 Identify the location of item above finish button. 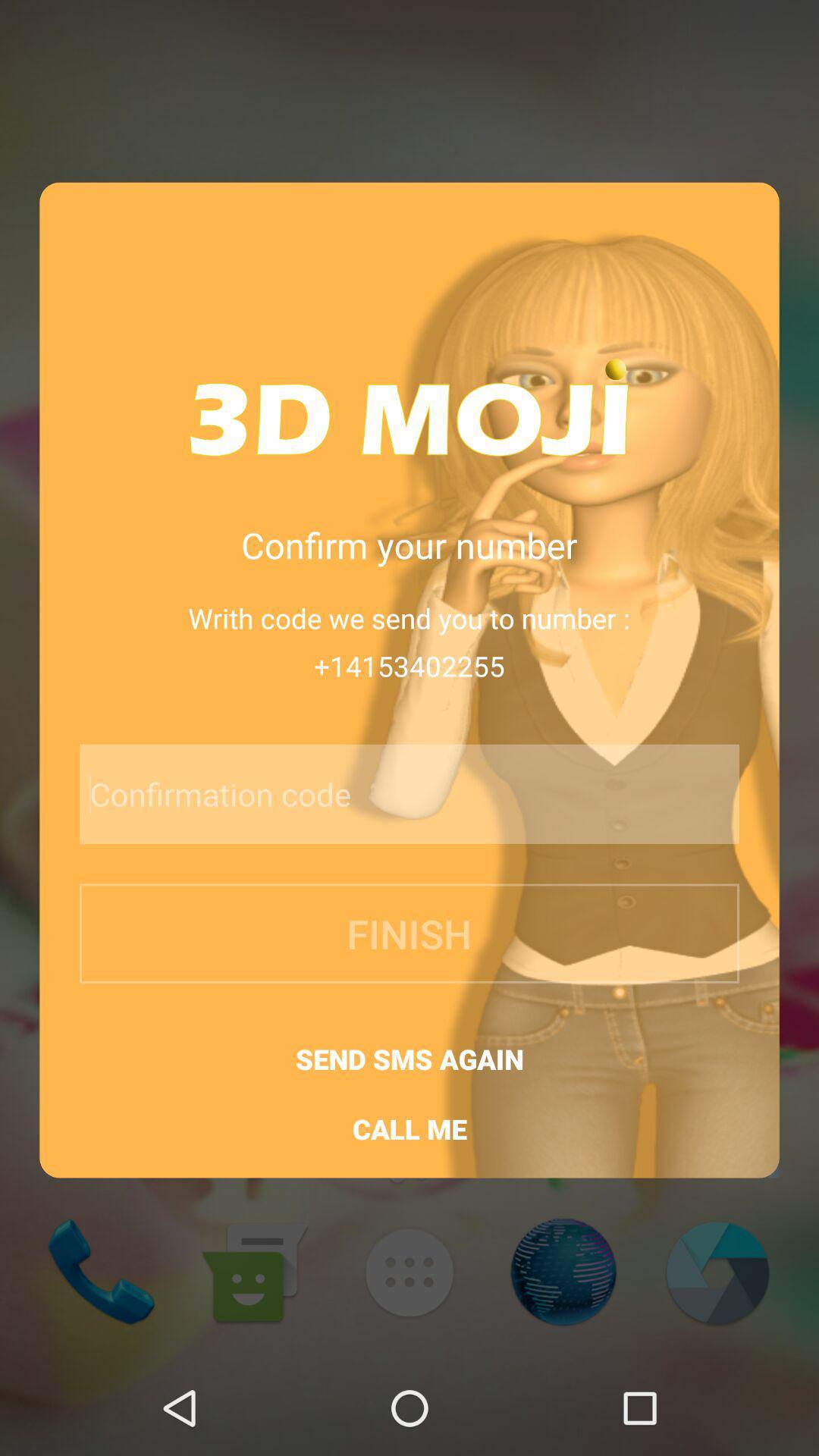
(369, 793).